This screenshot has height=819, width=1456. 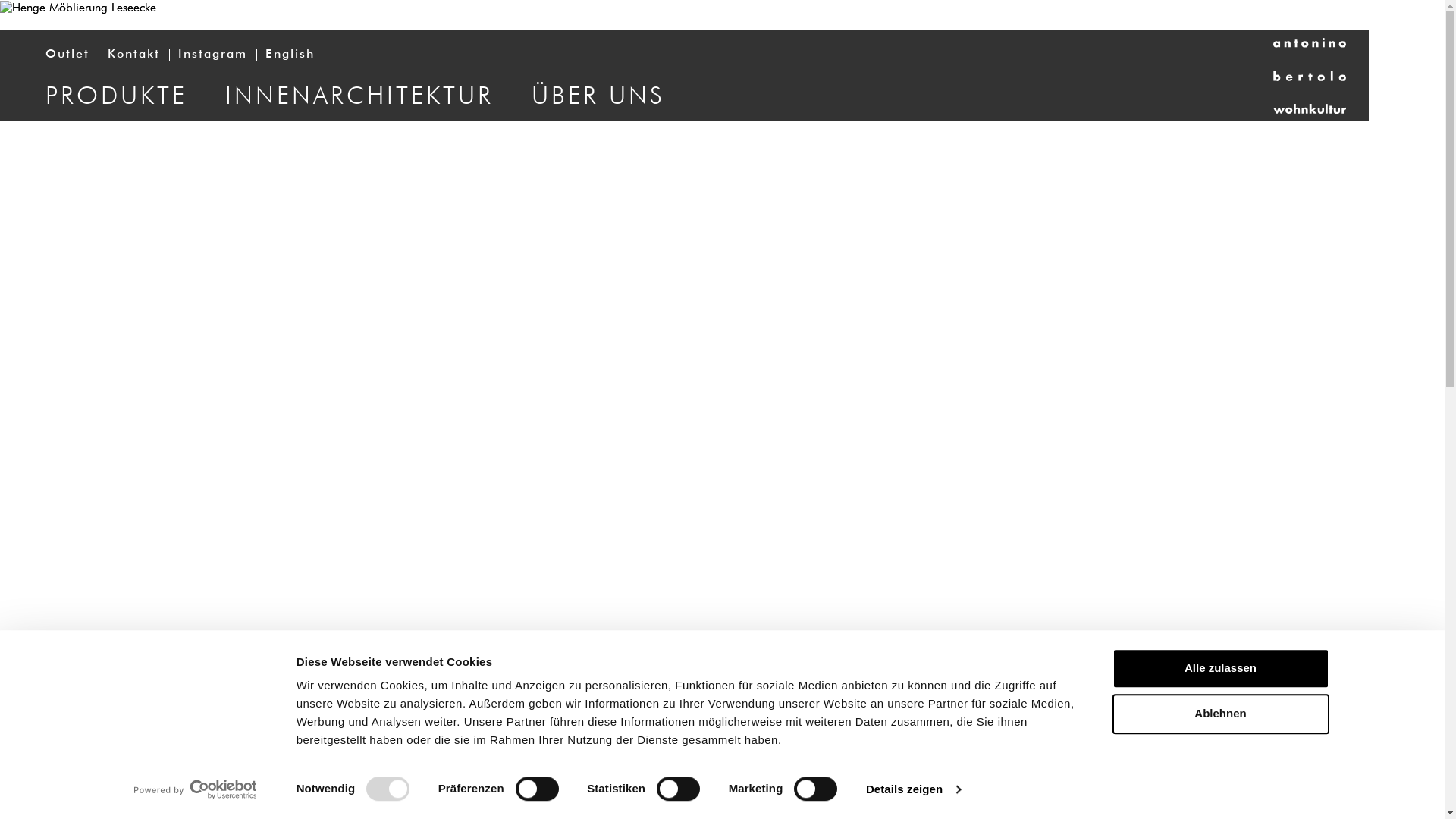 I want to click on 'Ablehnen', so click(x=1219, y=714).